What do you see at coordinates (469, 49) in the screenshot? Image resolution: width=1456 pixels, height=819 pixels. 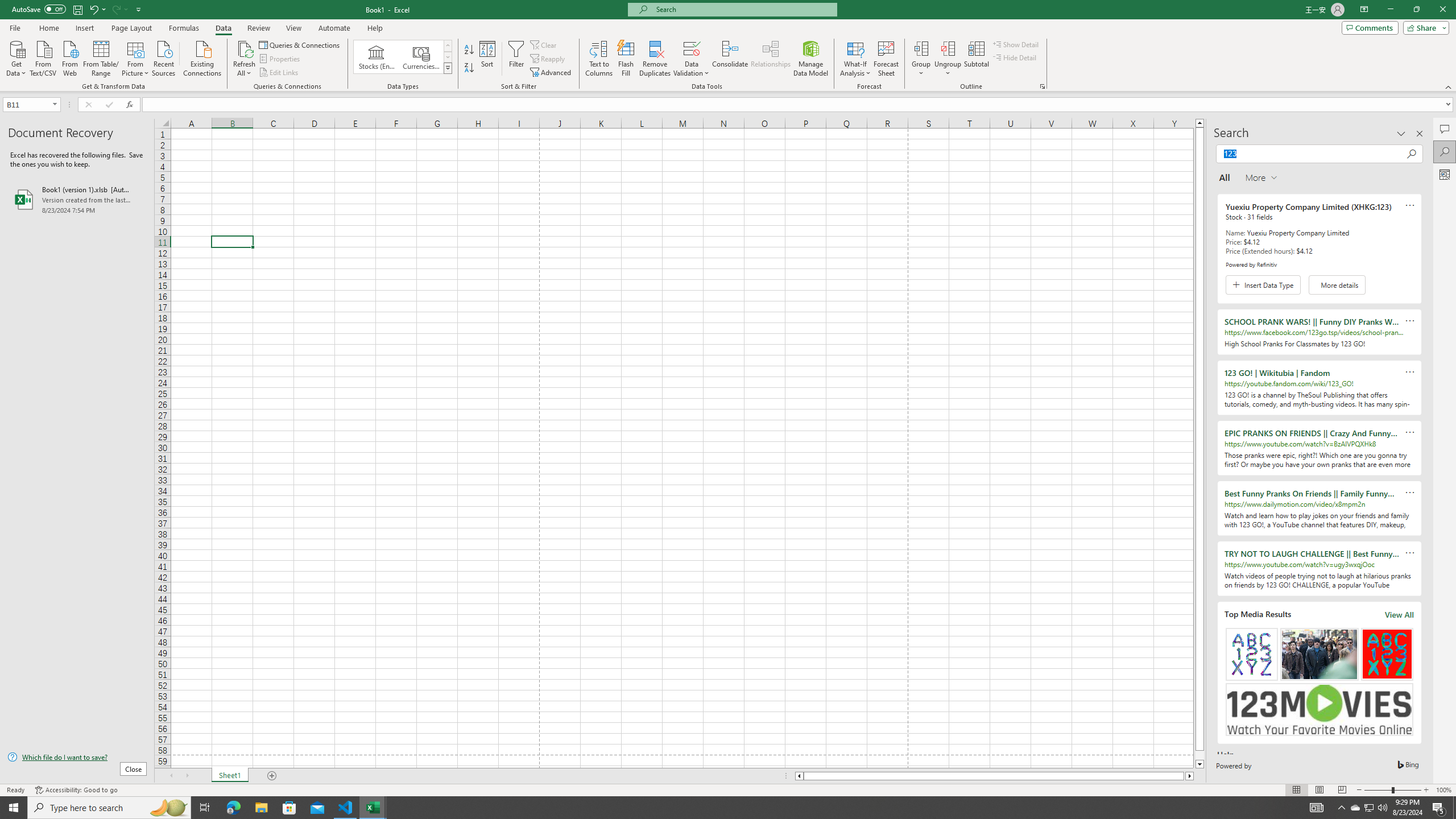 I see `'Sort A to Z'` at bounding box center [469, 49].